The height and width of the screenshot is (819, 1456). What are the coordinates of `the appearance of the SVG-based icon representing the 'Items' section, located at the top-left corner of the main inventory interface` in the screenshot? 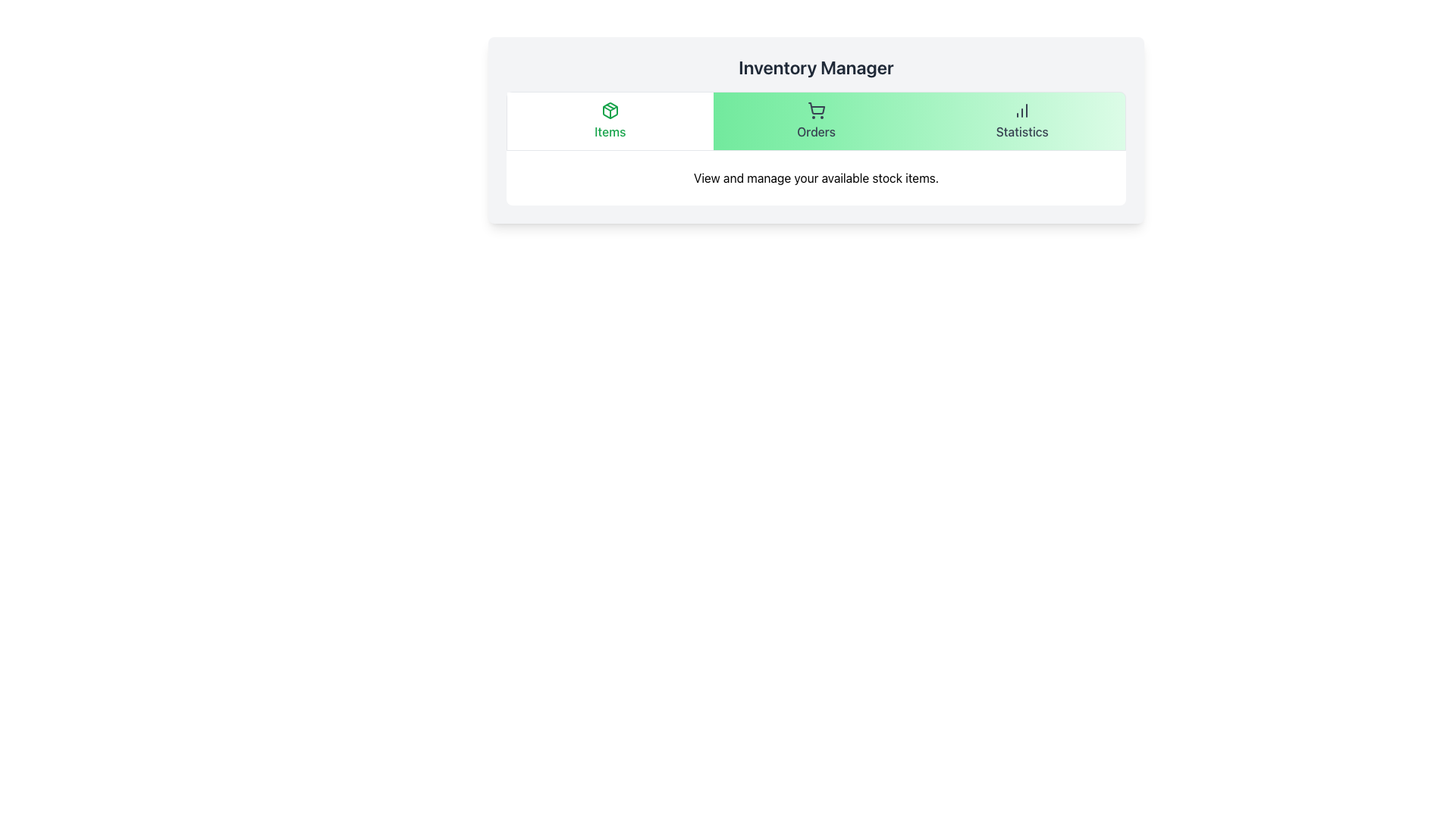 It's located at (610, 110).